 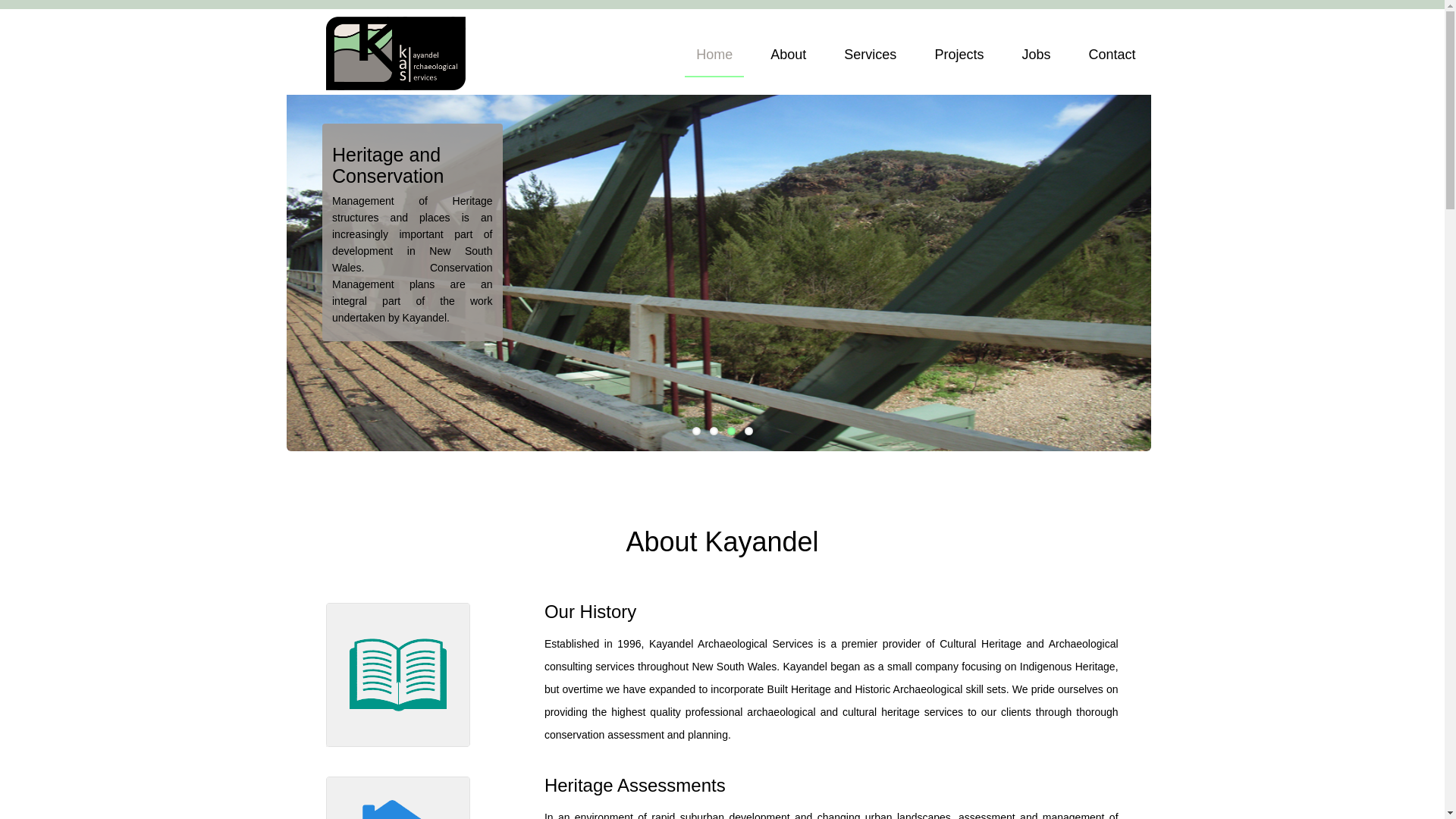 What do you see at coordinates (713, 58) in the screenshot?
I see `'Home'` at bounding box center [713, 58].